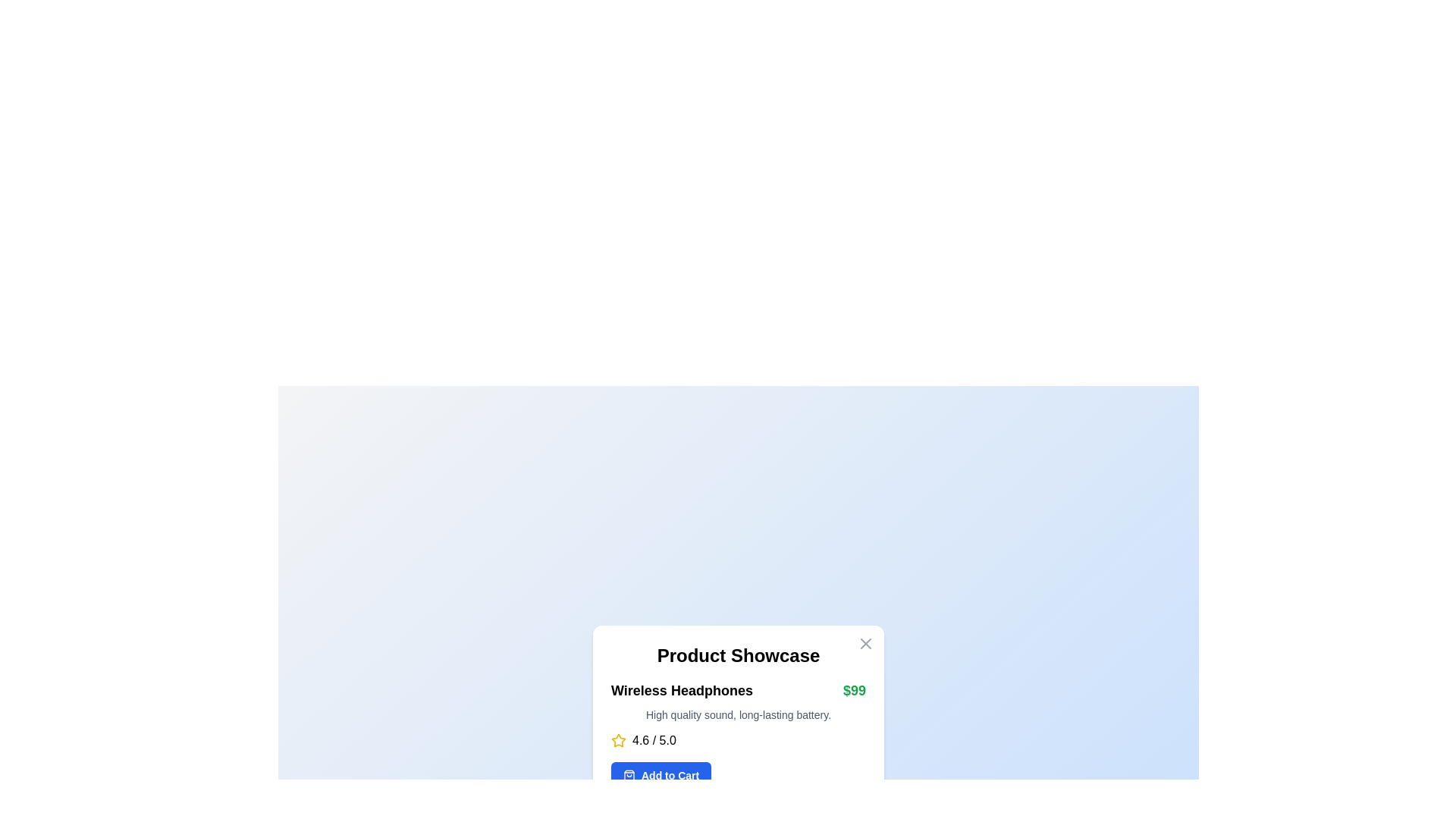 The height and width of the screenshot is (819, 1456). I want to click on the shopping bag icon located to the left of the 'Add to Cart' text within the blue button area, so click(629, 775).